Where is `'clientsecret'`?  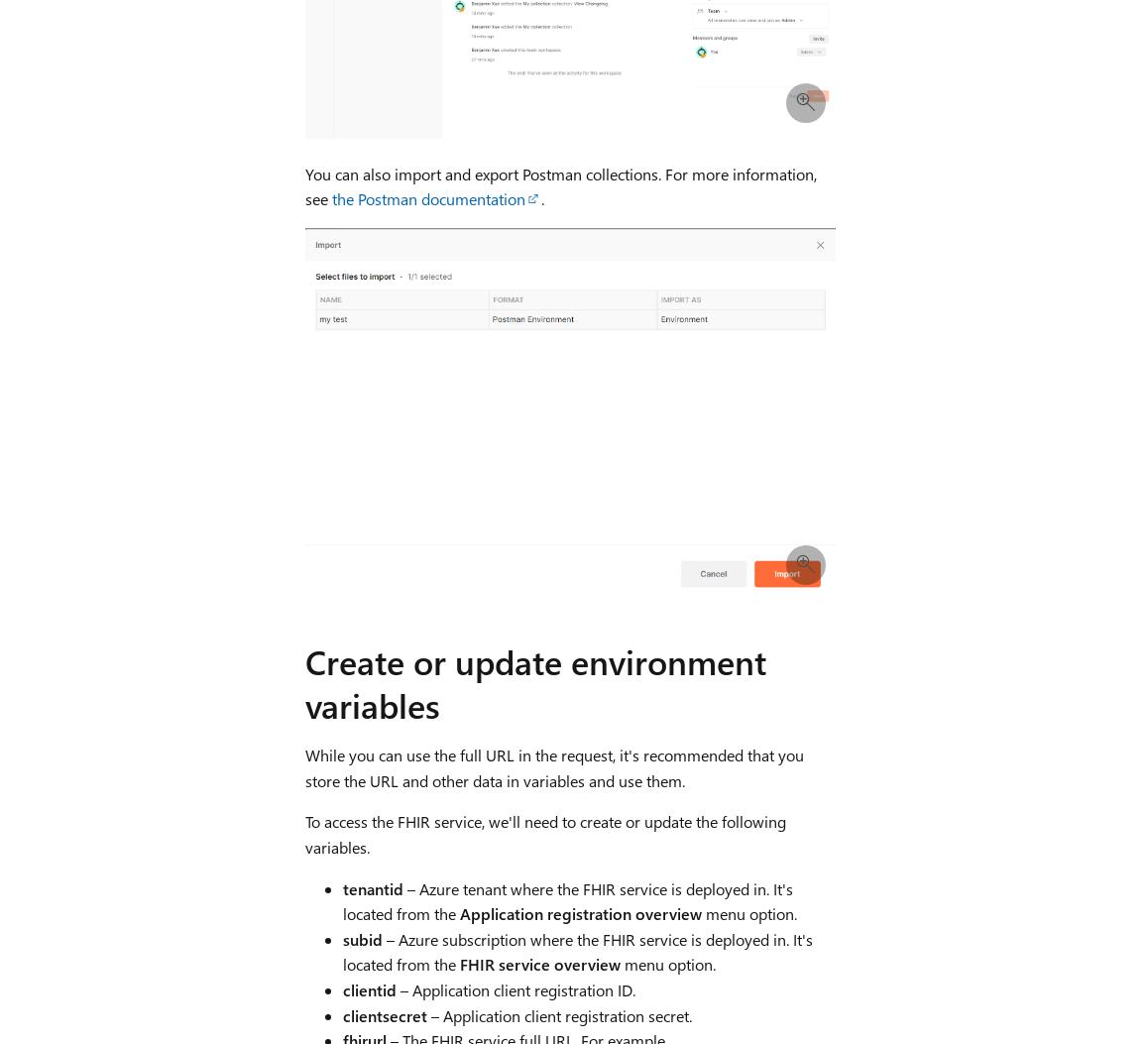
'clientsecret' is located at coordinates (383, 1013).